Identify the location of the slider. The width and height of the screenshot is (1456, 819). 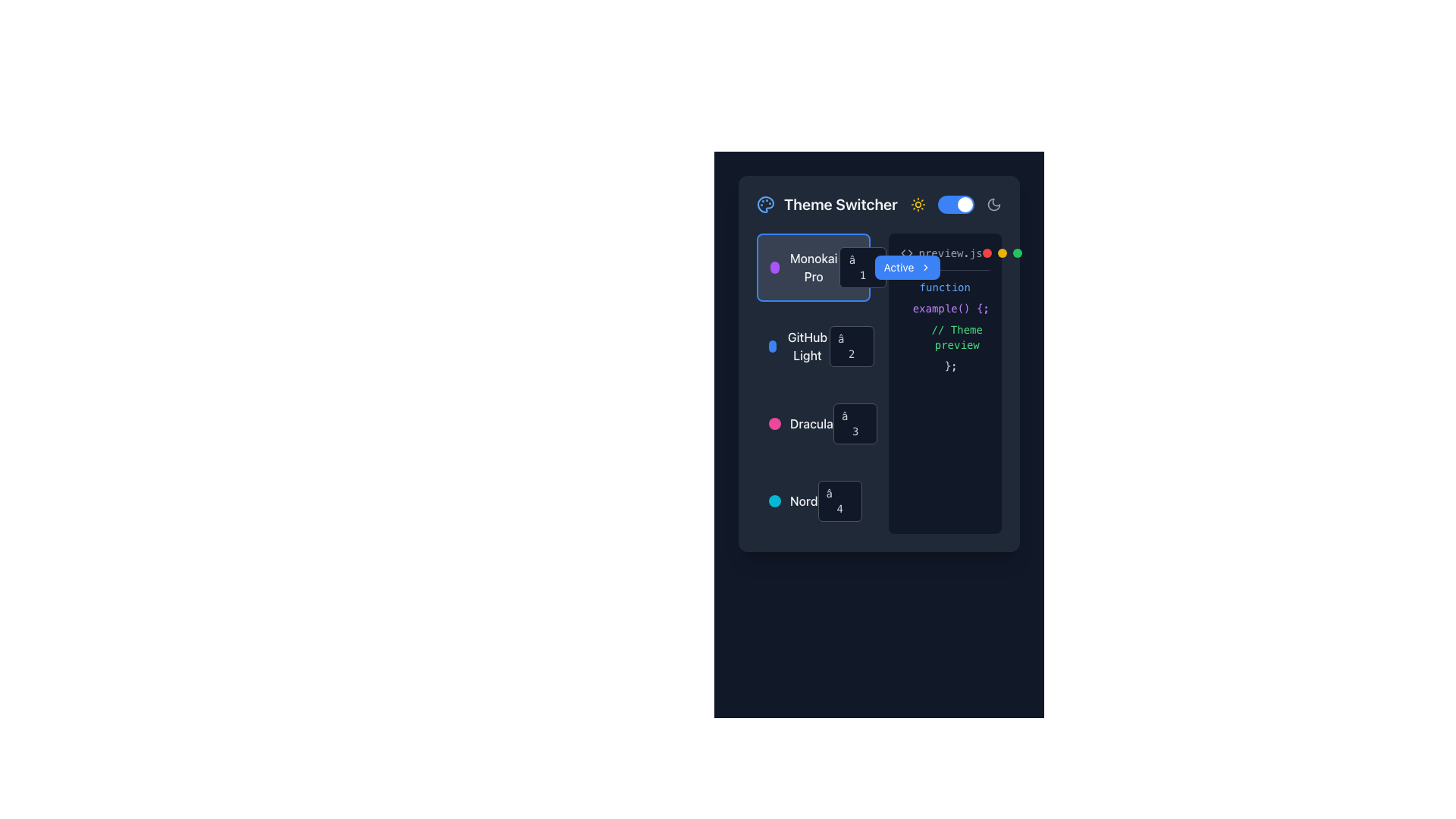
(974, 205).